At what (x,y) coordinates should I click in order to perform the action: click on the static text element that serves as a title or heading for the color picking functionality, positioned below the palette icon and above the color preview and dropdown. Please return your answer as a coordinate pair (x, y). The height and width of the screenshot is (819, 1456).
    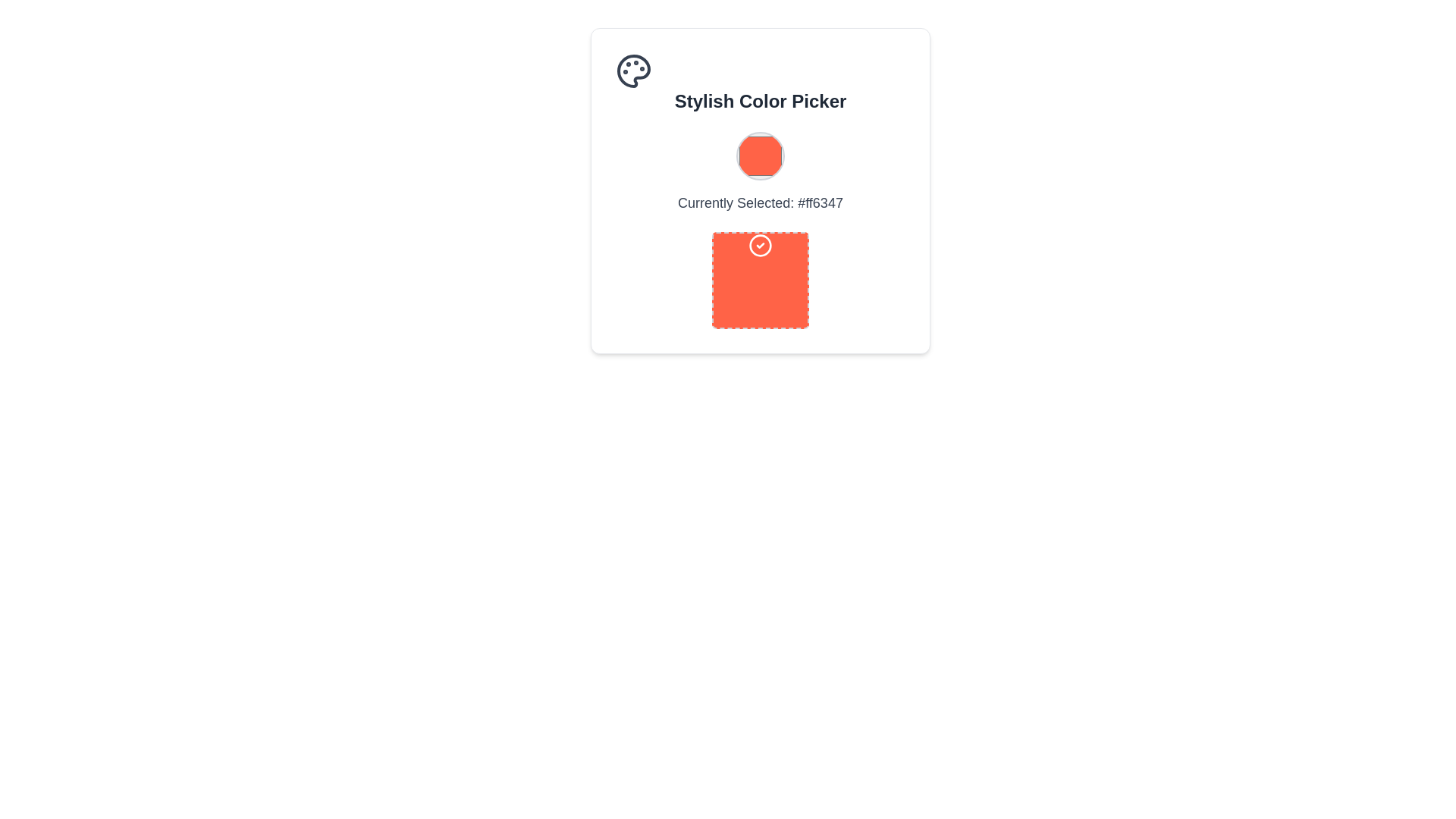
    Looking at the image, I should click on (761, 102).